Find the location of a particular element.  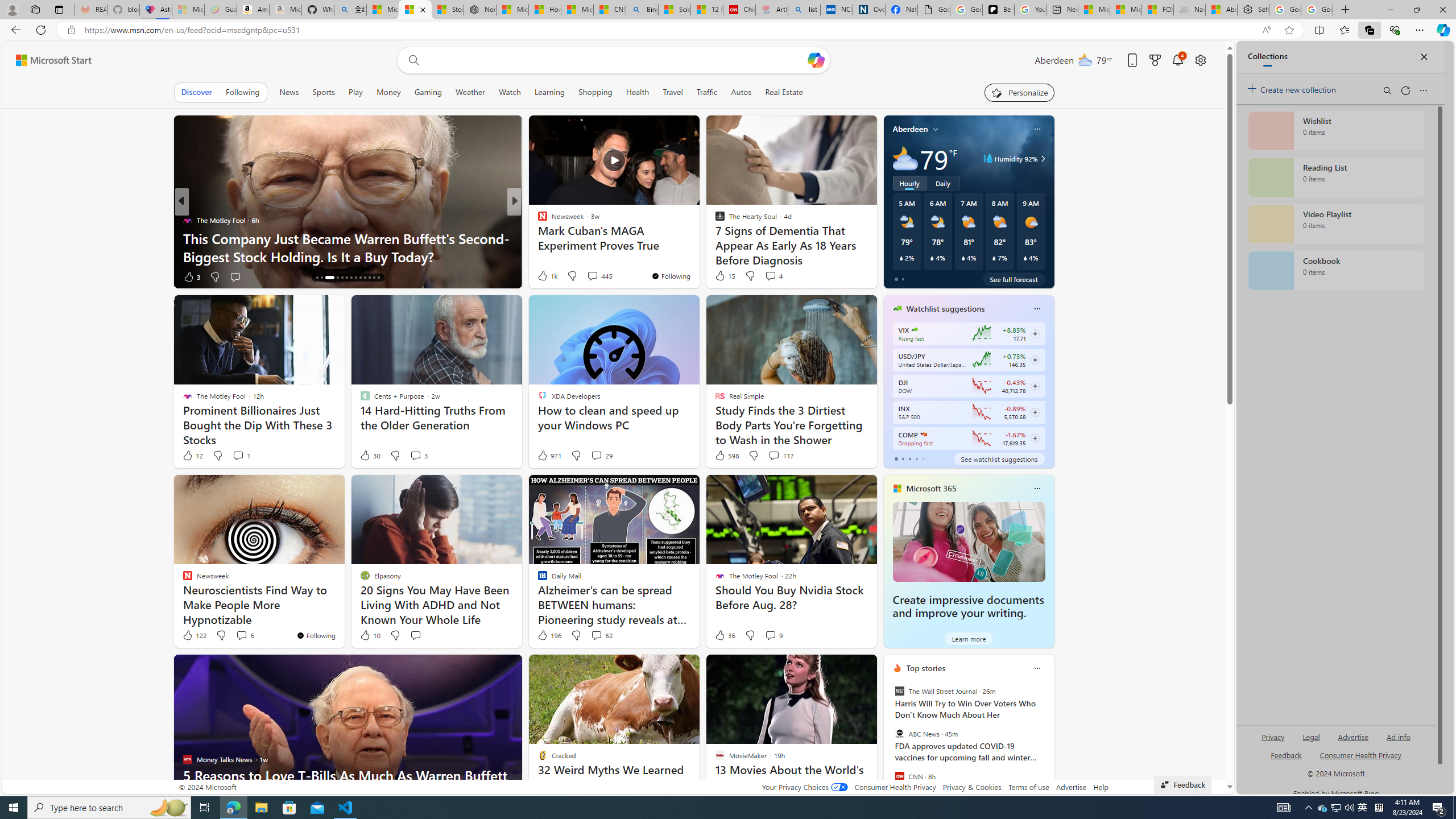

'12 Like' is located at coordinates (192, 455).